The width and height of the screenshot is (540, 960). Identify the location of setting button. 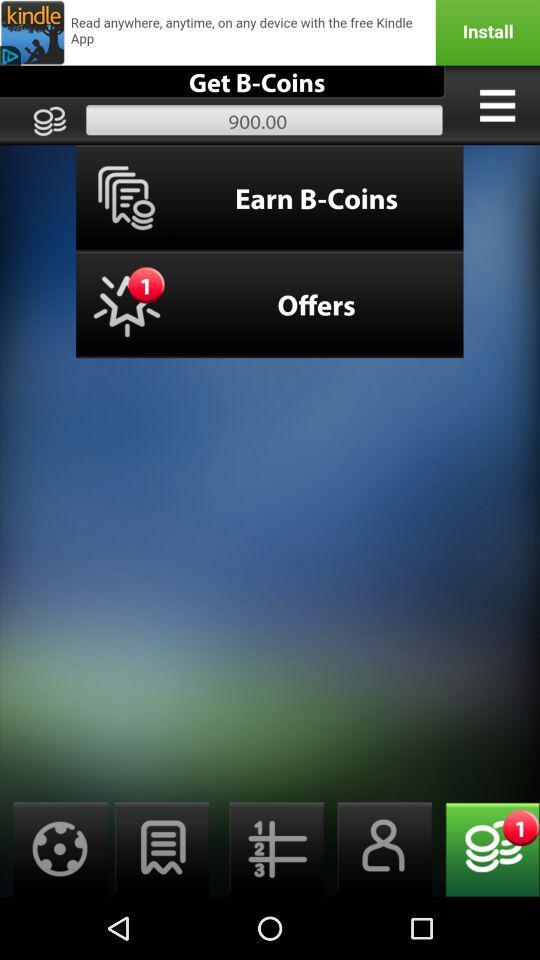
(54, 848).